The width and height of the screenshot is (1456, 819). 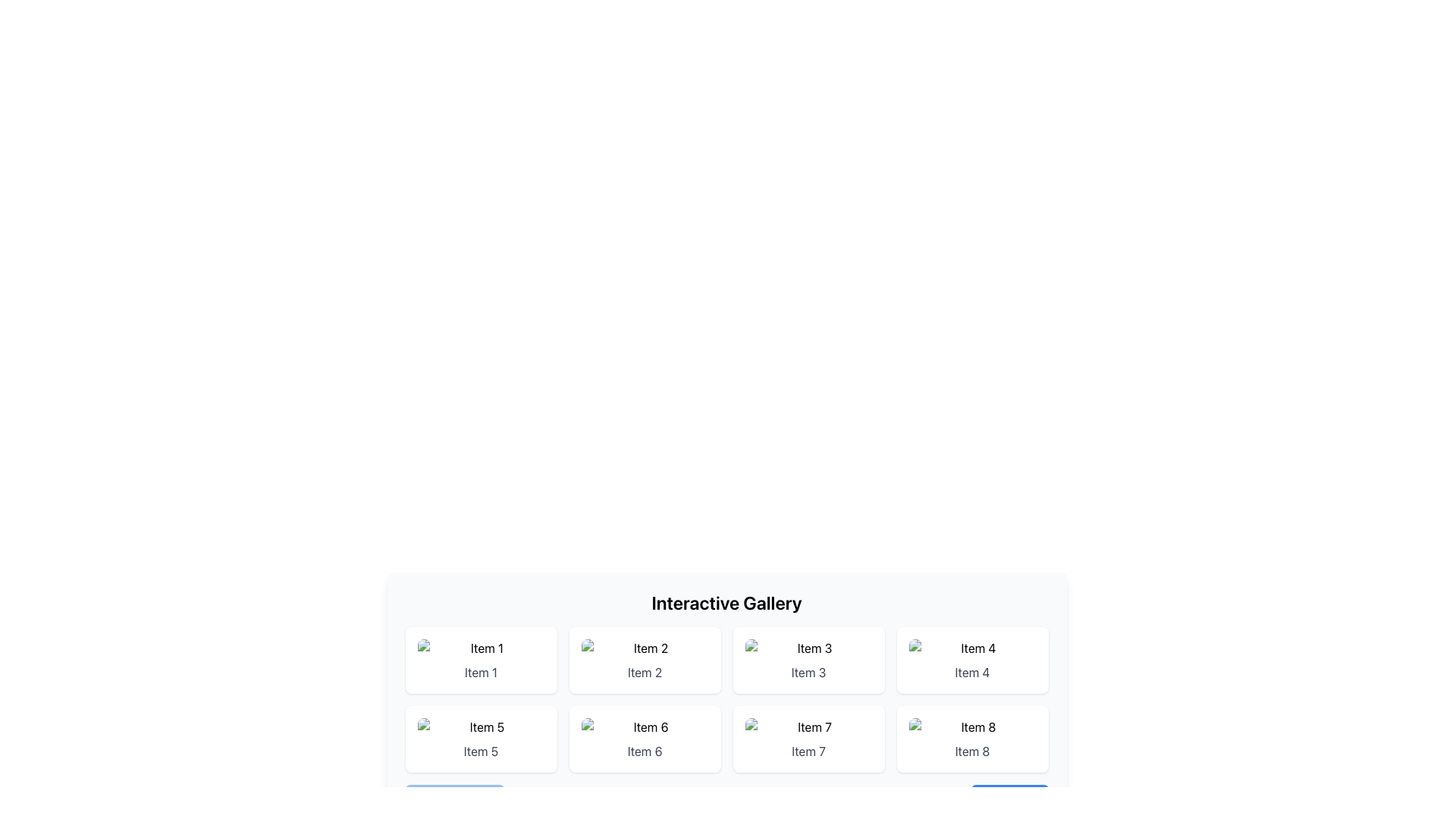 What do you see at coordinates (972, 752) in the screenshot?
I see `the text label 'Item 8' styled in gray font located in the second card of the second row in the gallery grid, positioned below the image placeholder` at bounding box center [972, 752].